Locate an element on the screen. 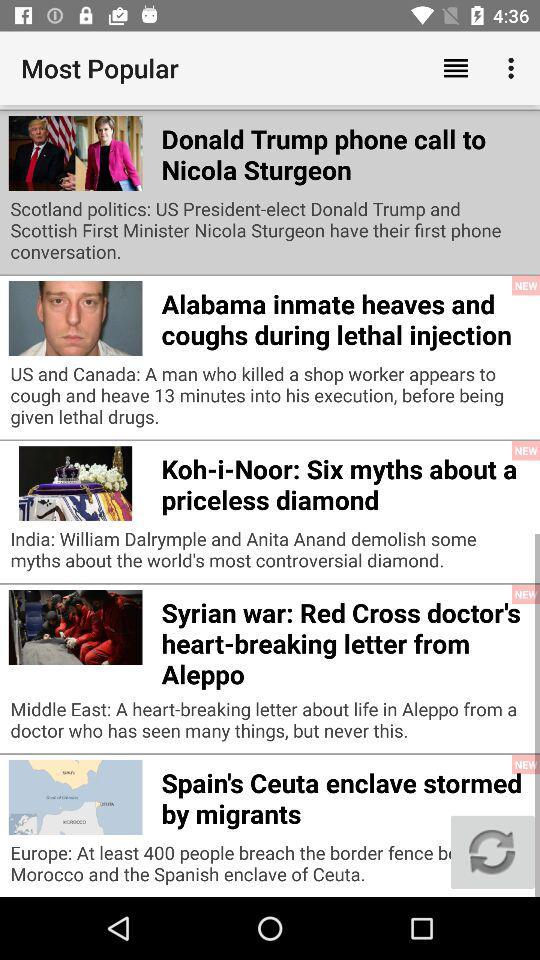 The image size is (540, 960). alabama inmate heaves item is located at coordinates (344, 316).